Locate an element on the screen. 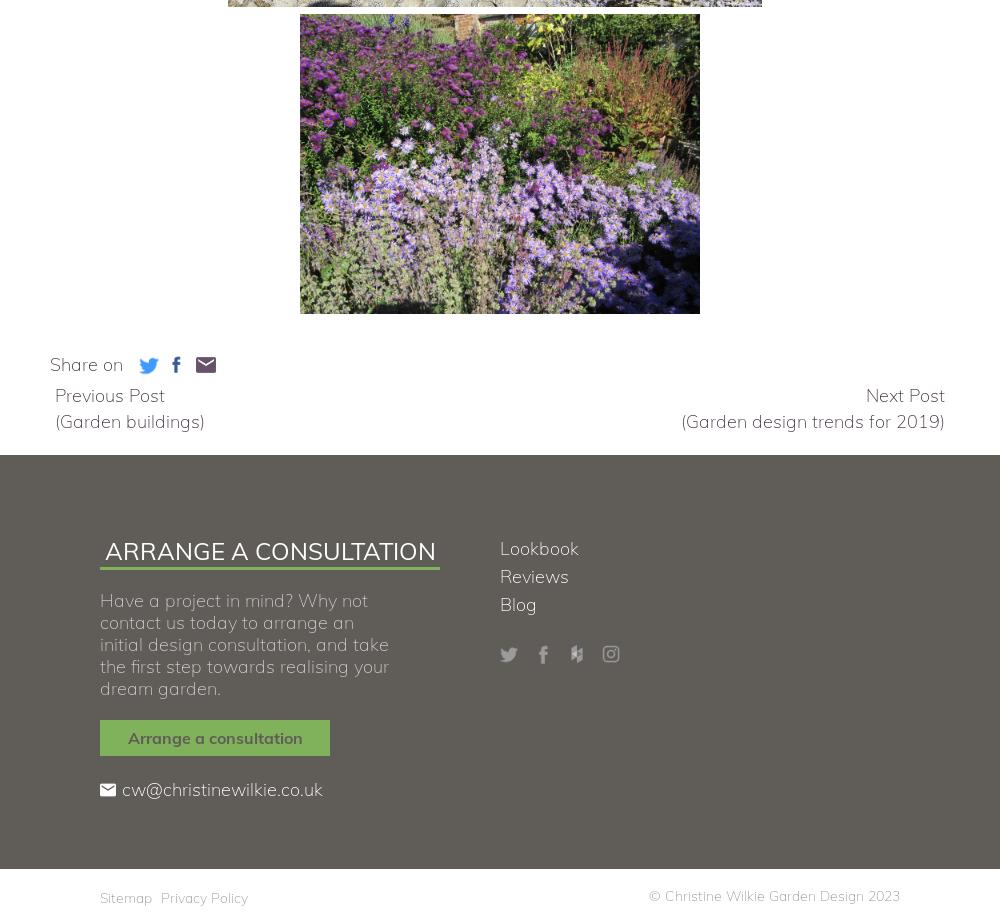 Image resolution: width=1000 pixels, height=923 pixels. 'Next Post' is located at coordinates (905, 395).